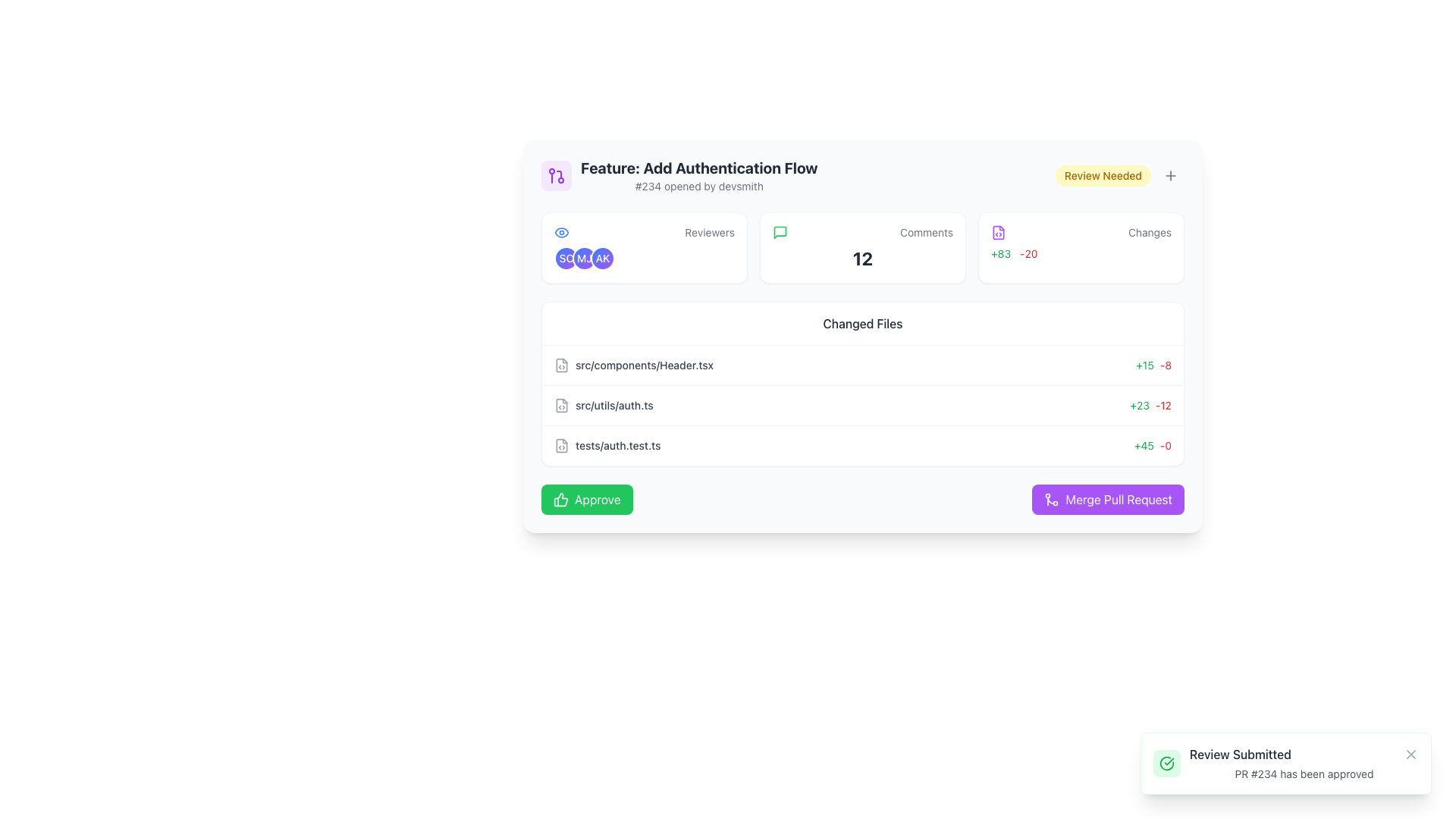 The image size is (1456, 819). What do you see at coordinates (1170, 174) in the screenshot?
I see `the 'add' or 'create new' icon button located on the top-right region of the panel, adjacent to the 'Review Needed' yellow tag` at bounding box center [1170, 174].